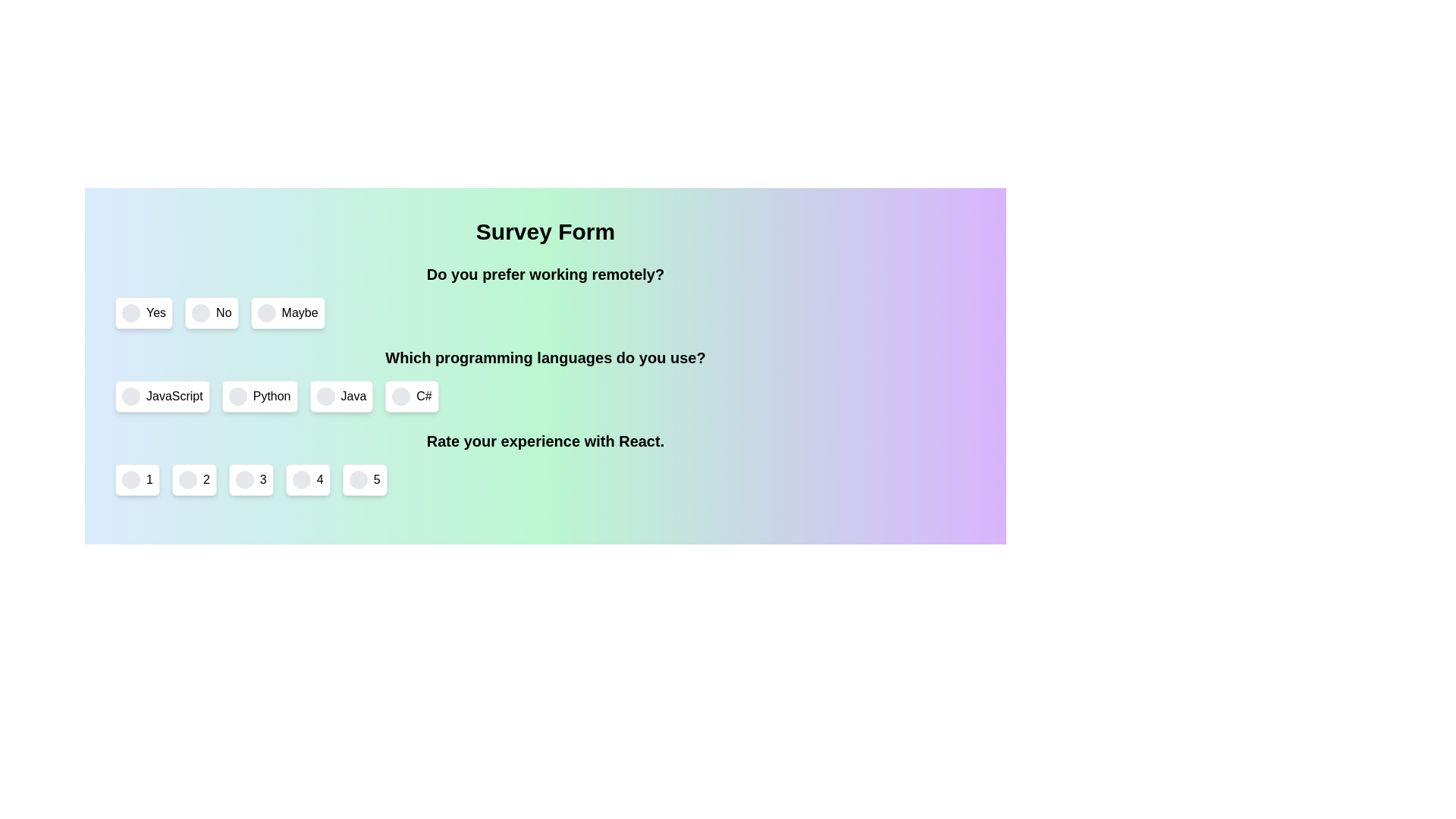 This screenshot has width=1456, height=819. Describe the element at coordinates (401, 396) in the screenshot. I see `the radio button option for 'C#'` at that location.